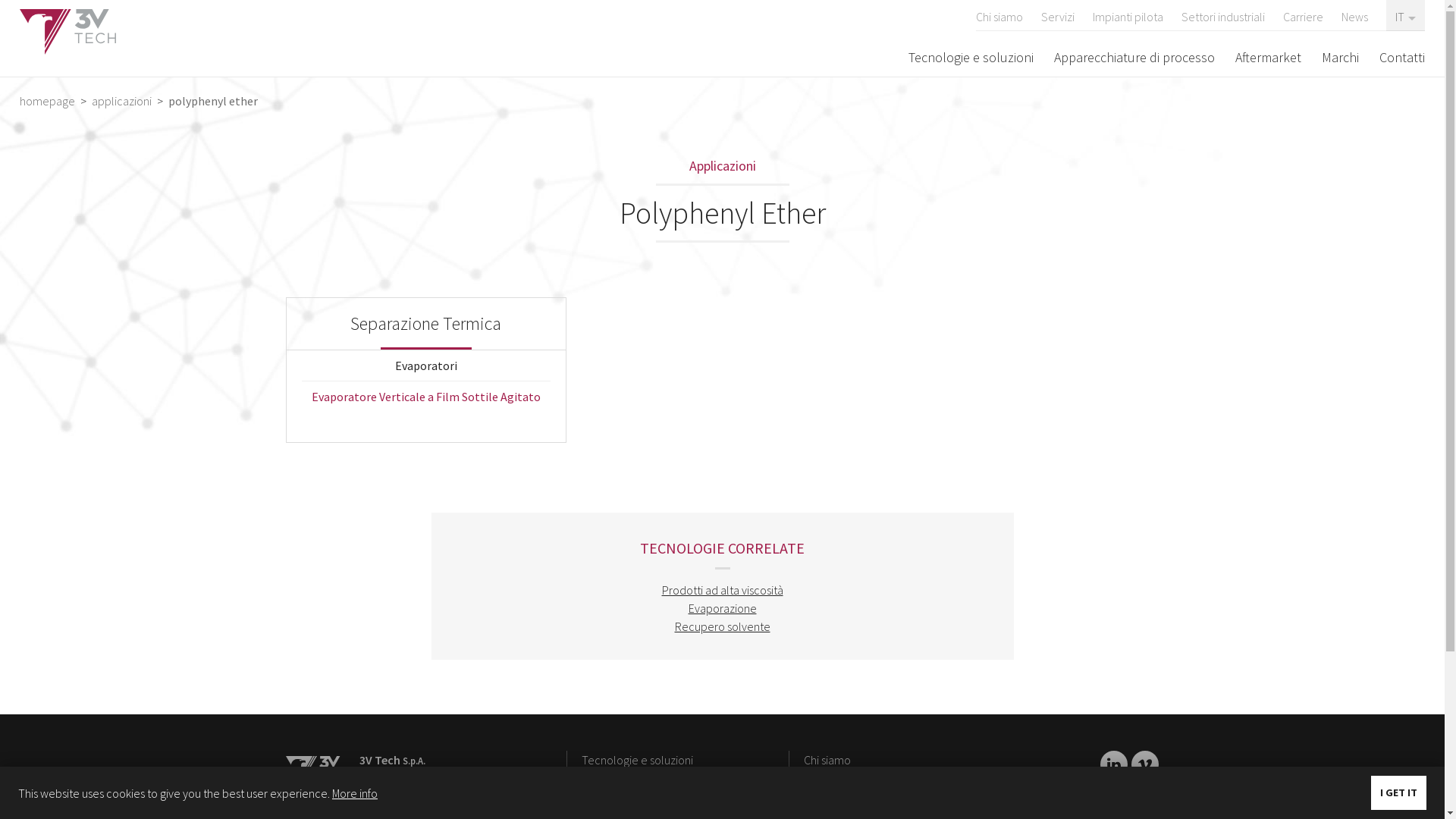  I want to click on 'I GET IT', so click(1398, 792).